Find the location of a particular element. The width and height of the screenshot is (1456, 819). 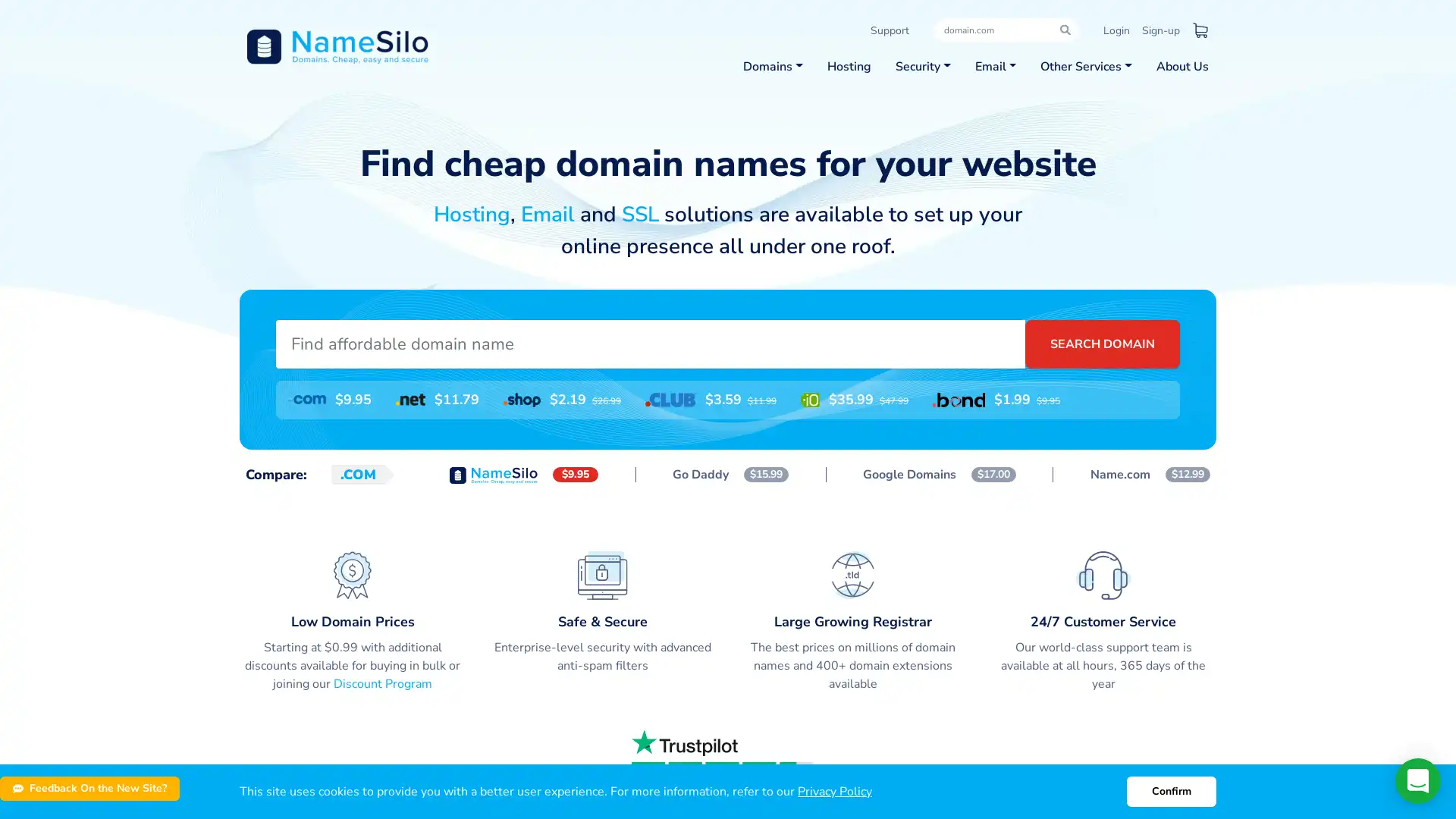

Open Intercom Messenger is located at coordinates (1417, 780).